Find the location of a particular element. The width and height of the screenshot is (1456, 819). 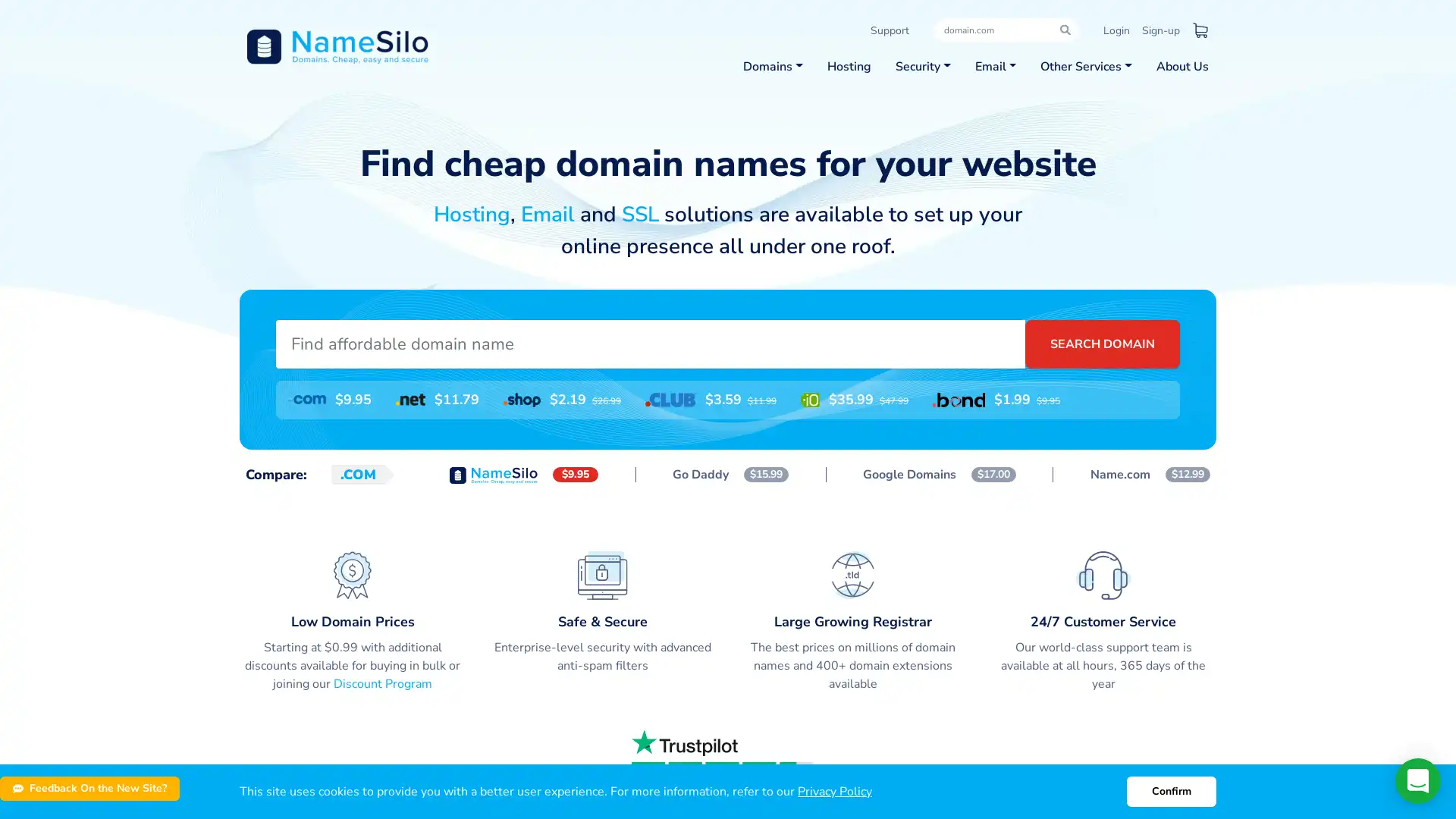

Open Intercom Messenger is located at coordinates (1417, 780).